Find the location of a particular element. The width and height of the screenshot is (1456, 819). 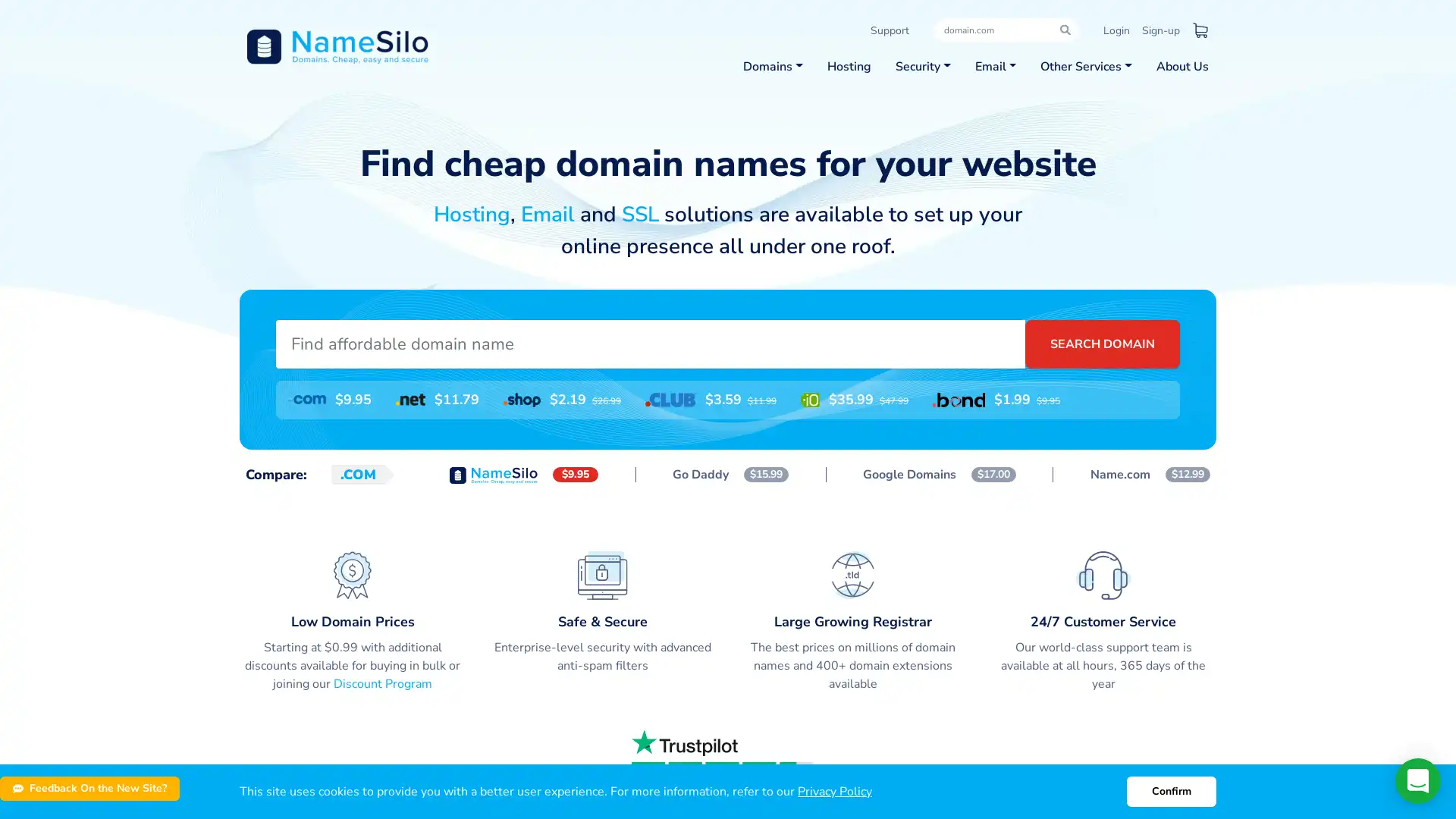

Open Intercom Messenger is located at coordinates (1417, 780).